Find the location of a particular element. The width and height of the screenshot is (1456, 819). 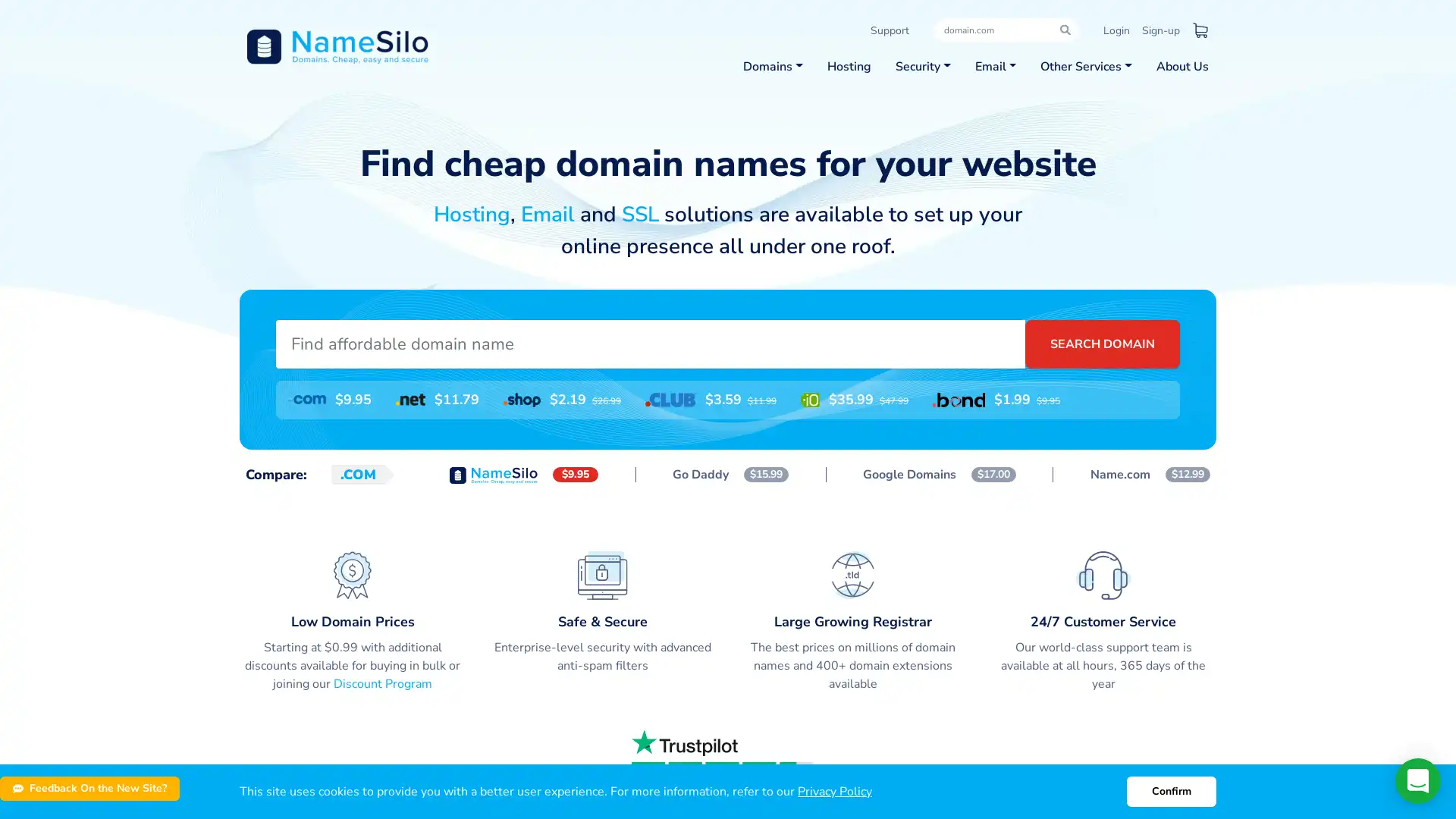

Open Intercom Messenger is located at coordinates (1417, 780).